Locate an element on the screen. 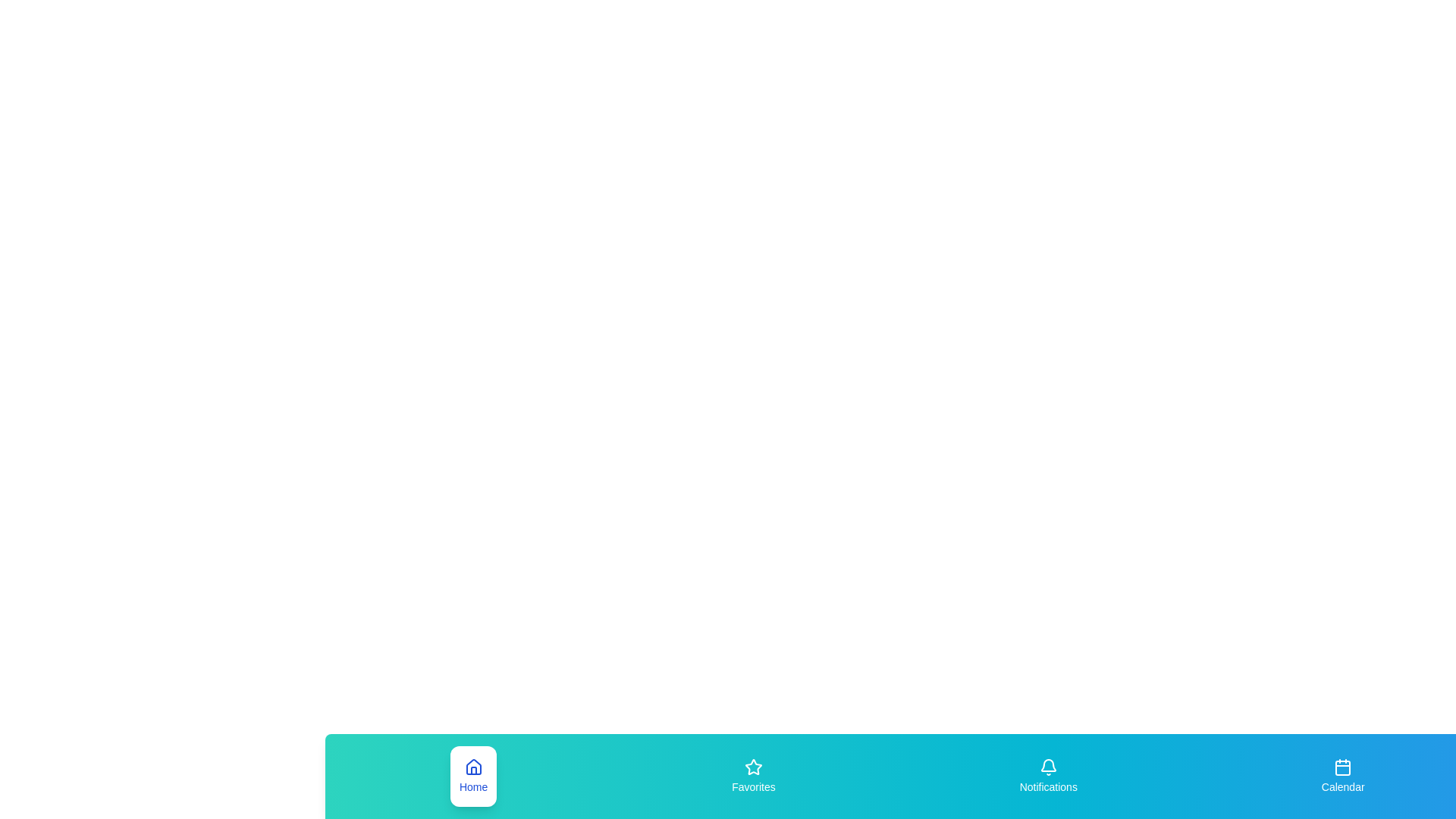  the navigation tab corresponding to Notifications is located at coordinates (1047, 776).